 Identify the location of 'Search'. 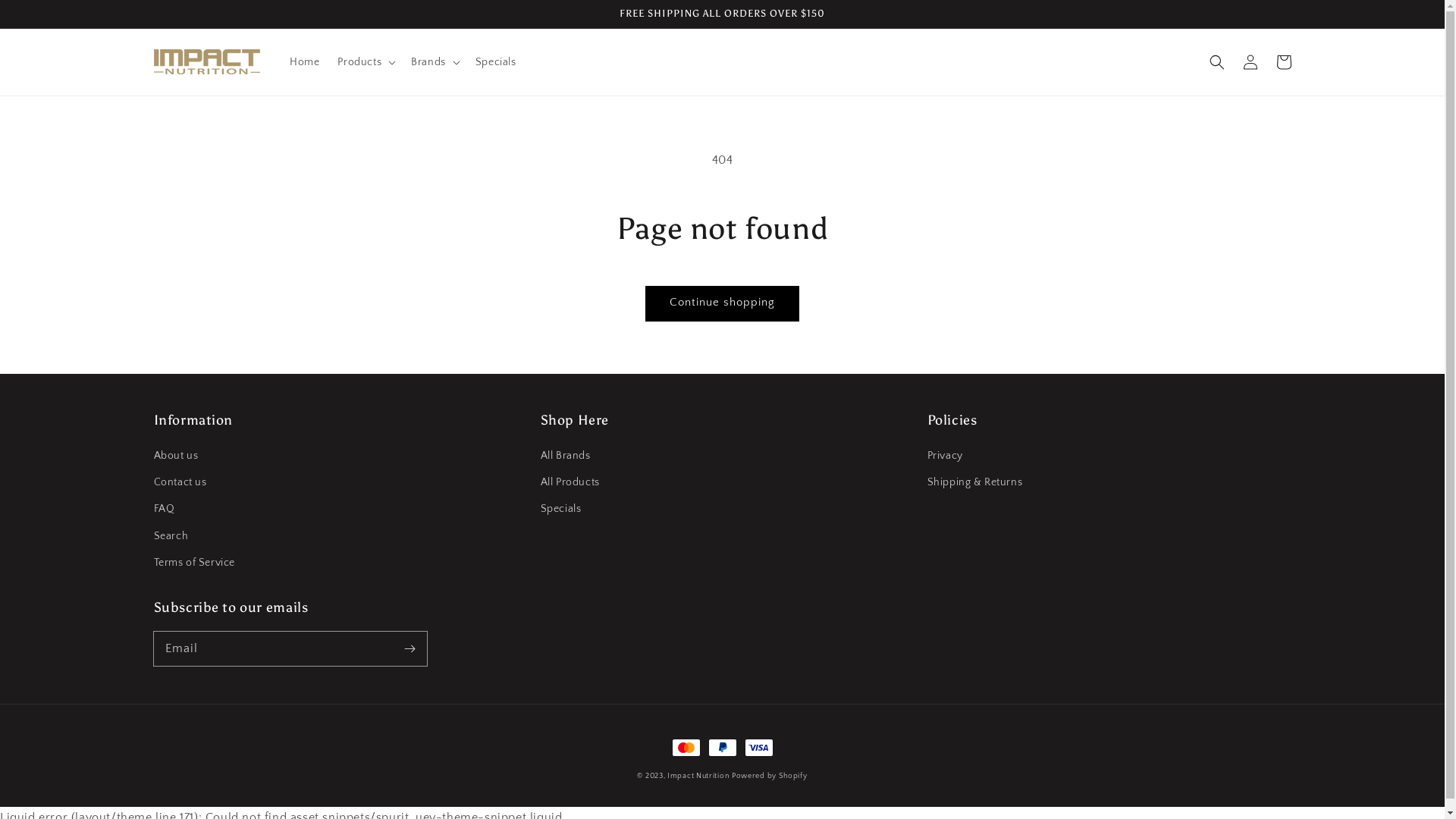
(171, 535).